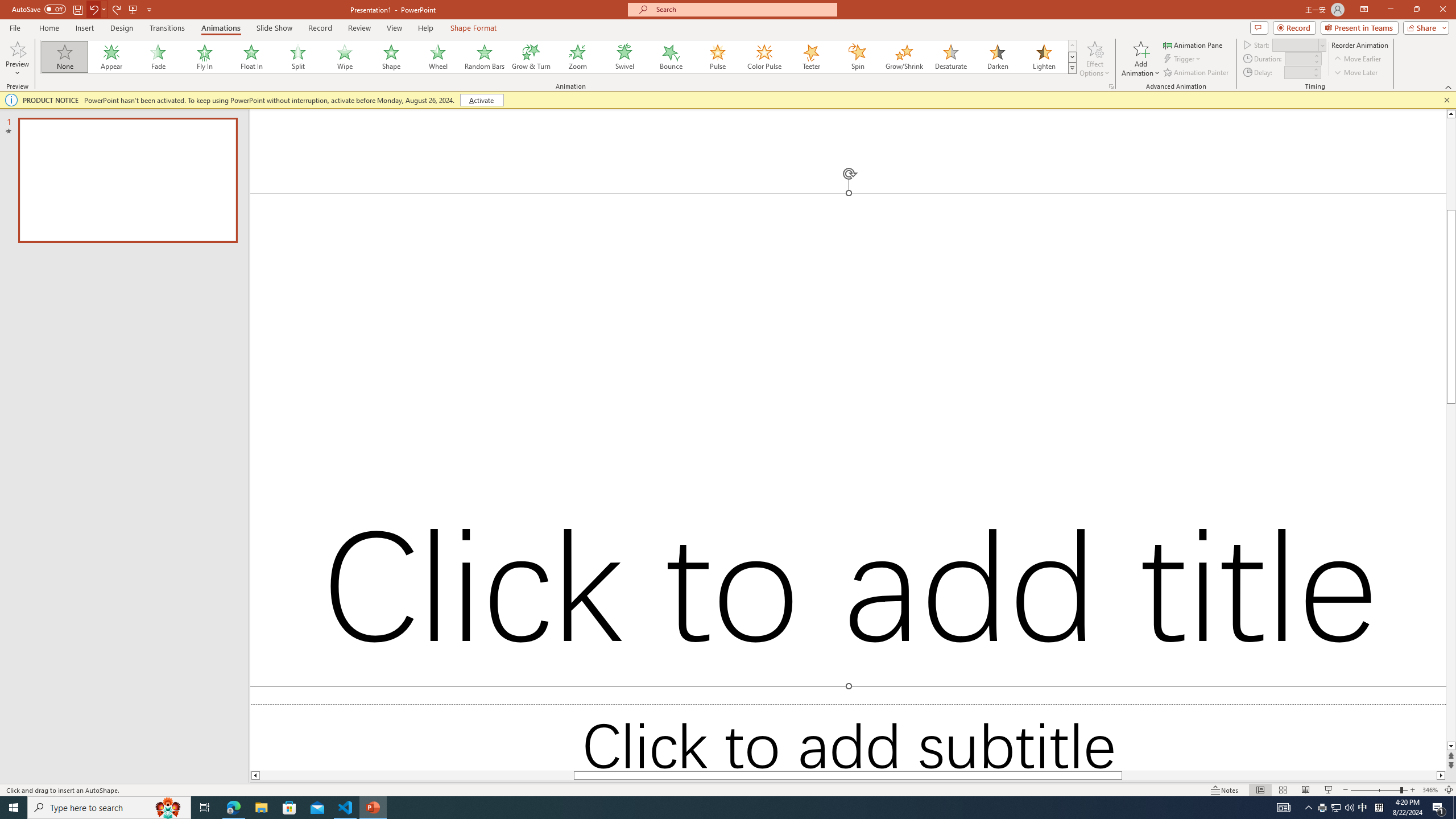  I want to click on 'Darken', so click(996, 56).